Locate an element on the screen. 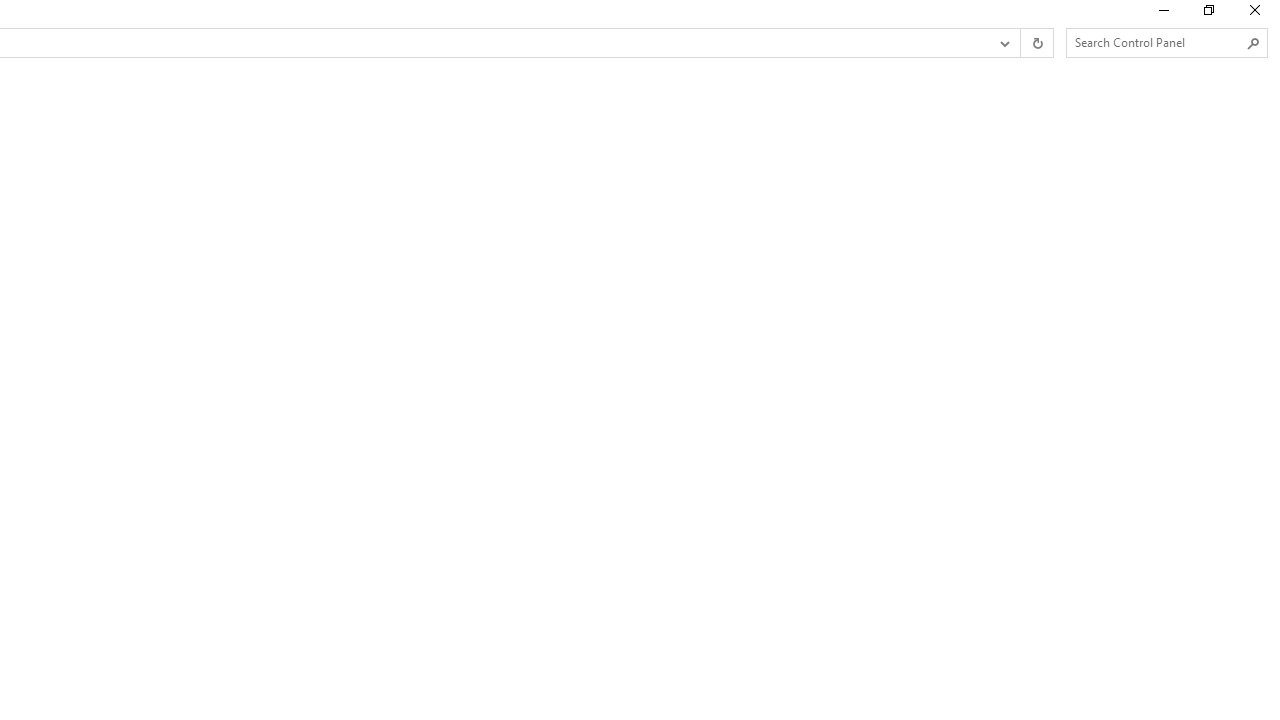  'Refresh "Network and Internet" (F5)' is located at coordinates (1036, 43).